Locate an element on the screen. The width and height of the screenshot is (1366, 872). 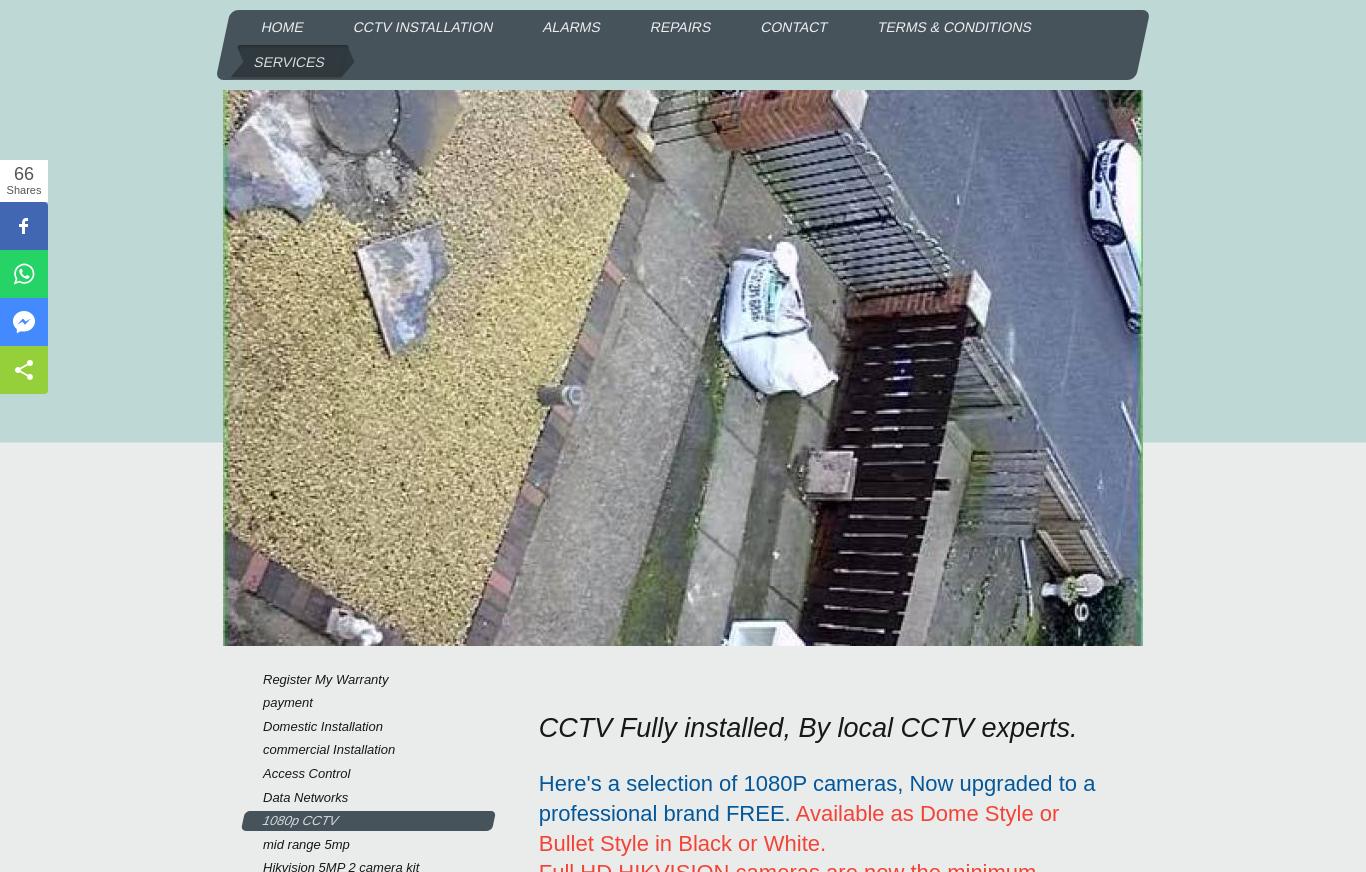
'.' is located at coordinates (822, 842).